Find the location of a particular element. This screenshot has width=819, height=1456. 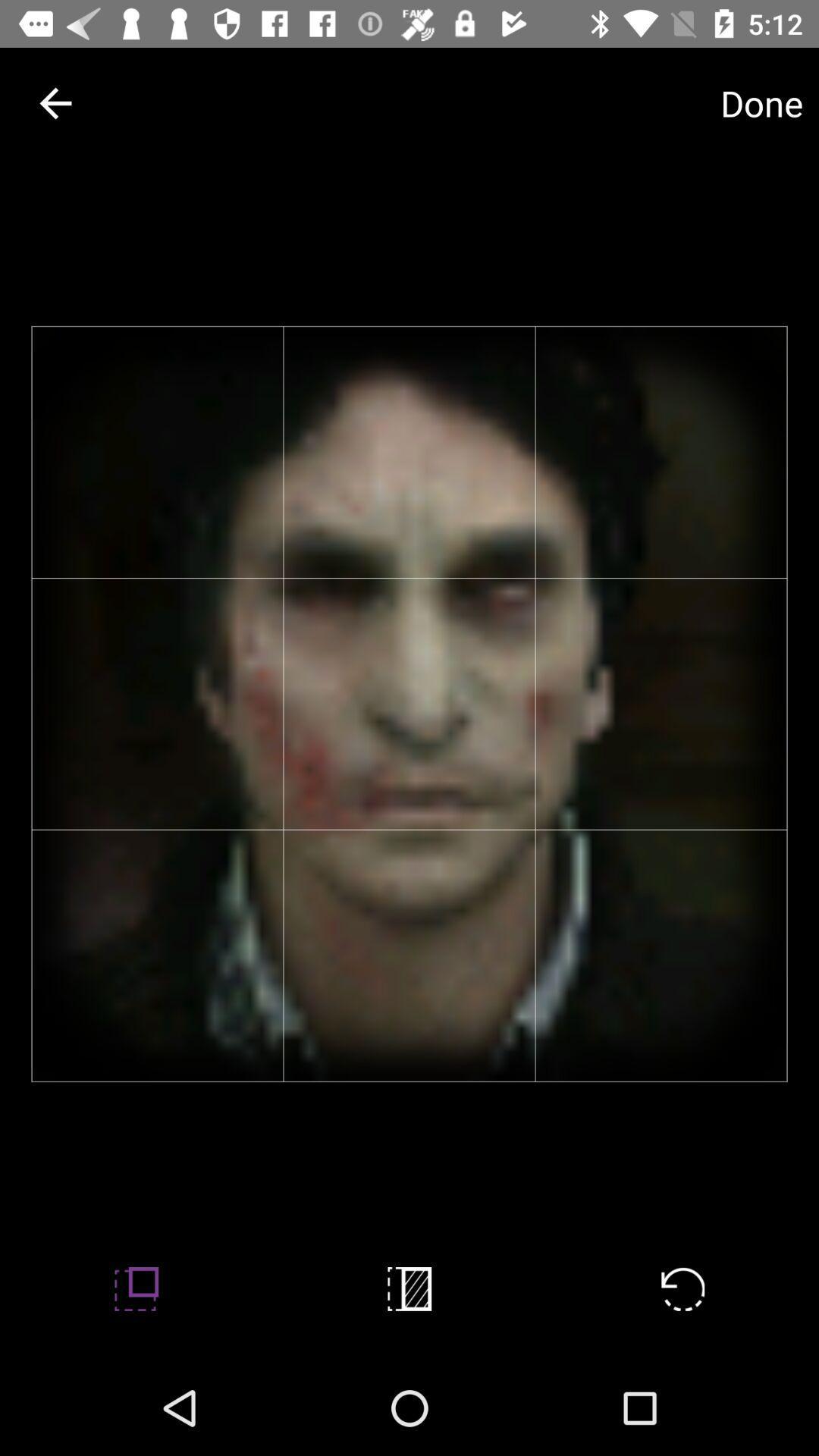

crop image is located at coordinates (409, 1288).